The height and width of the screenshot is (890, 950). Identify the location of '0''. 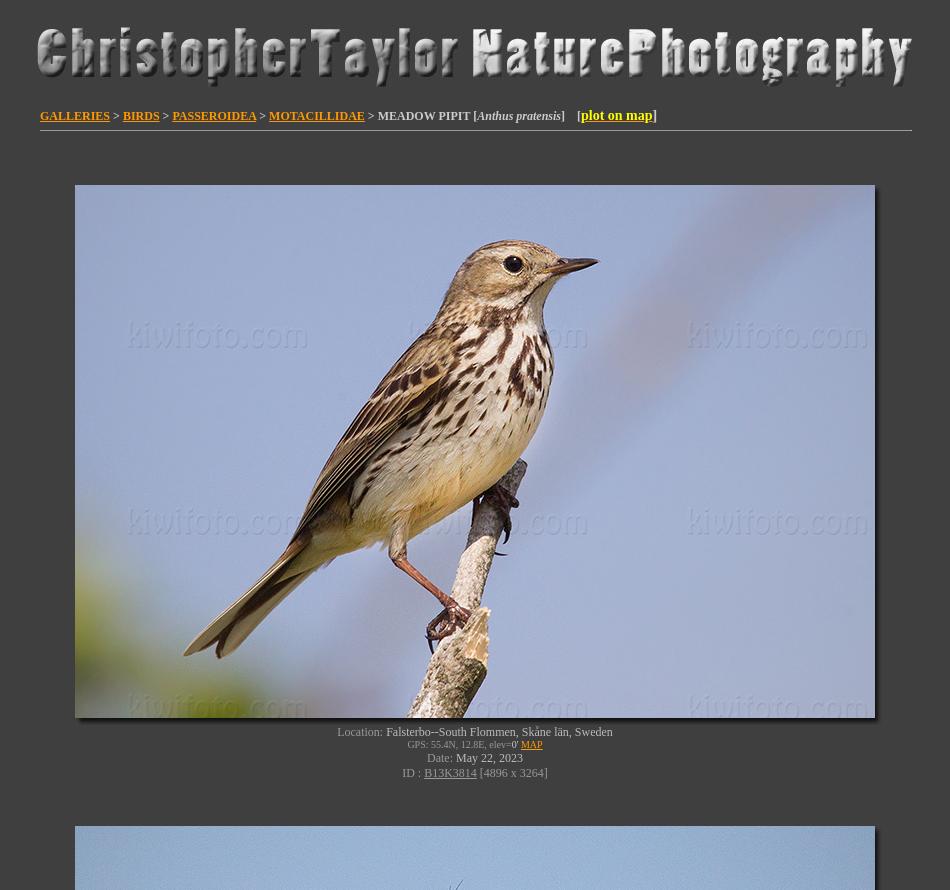
(514, 744).